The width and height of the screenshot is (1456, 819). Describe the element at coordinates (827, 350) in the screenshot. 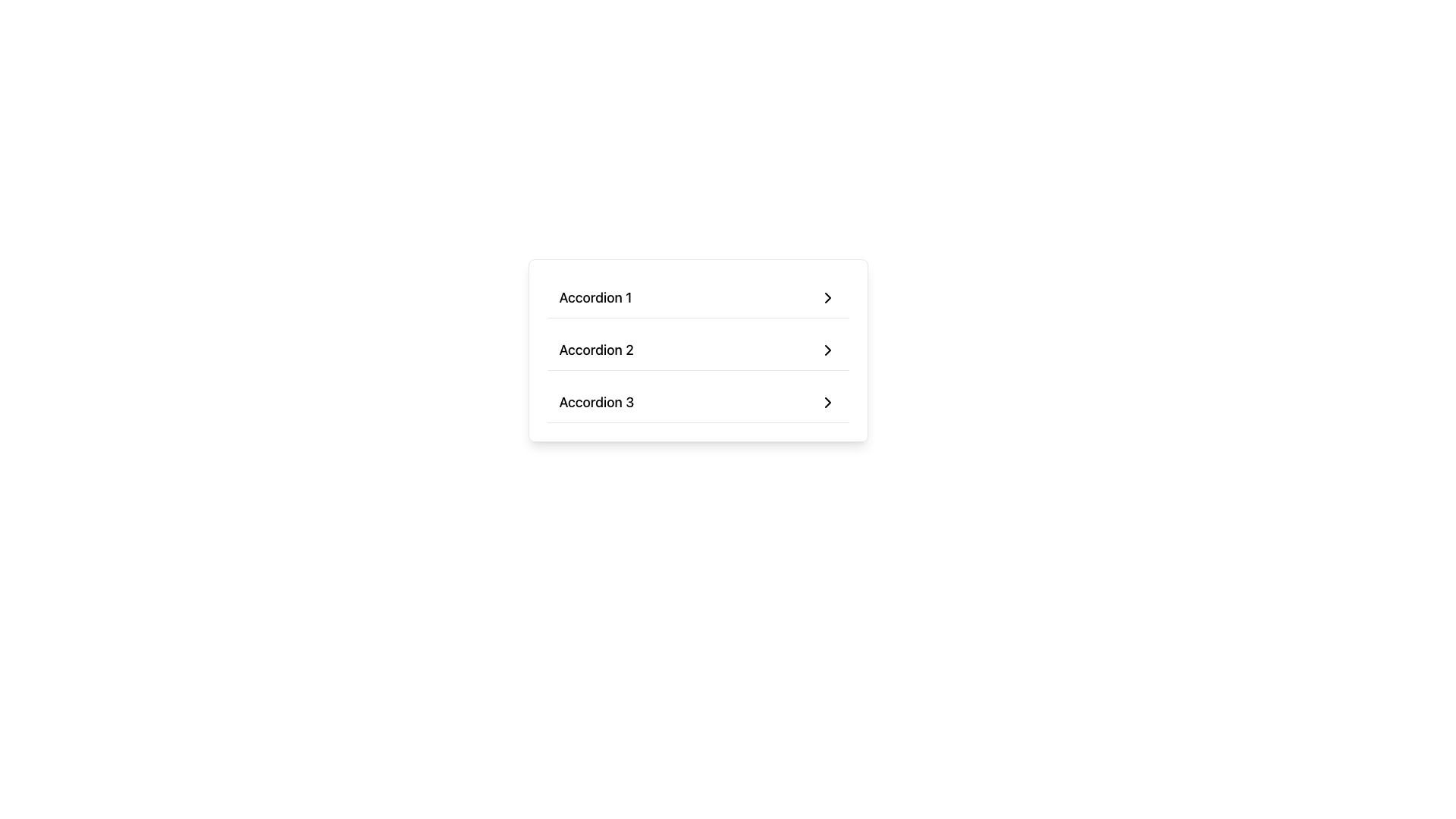

I see `the rightward-pointing chevron icon in the accordion menu associated with 'Accordion 2'` at that location.